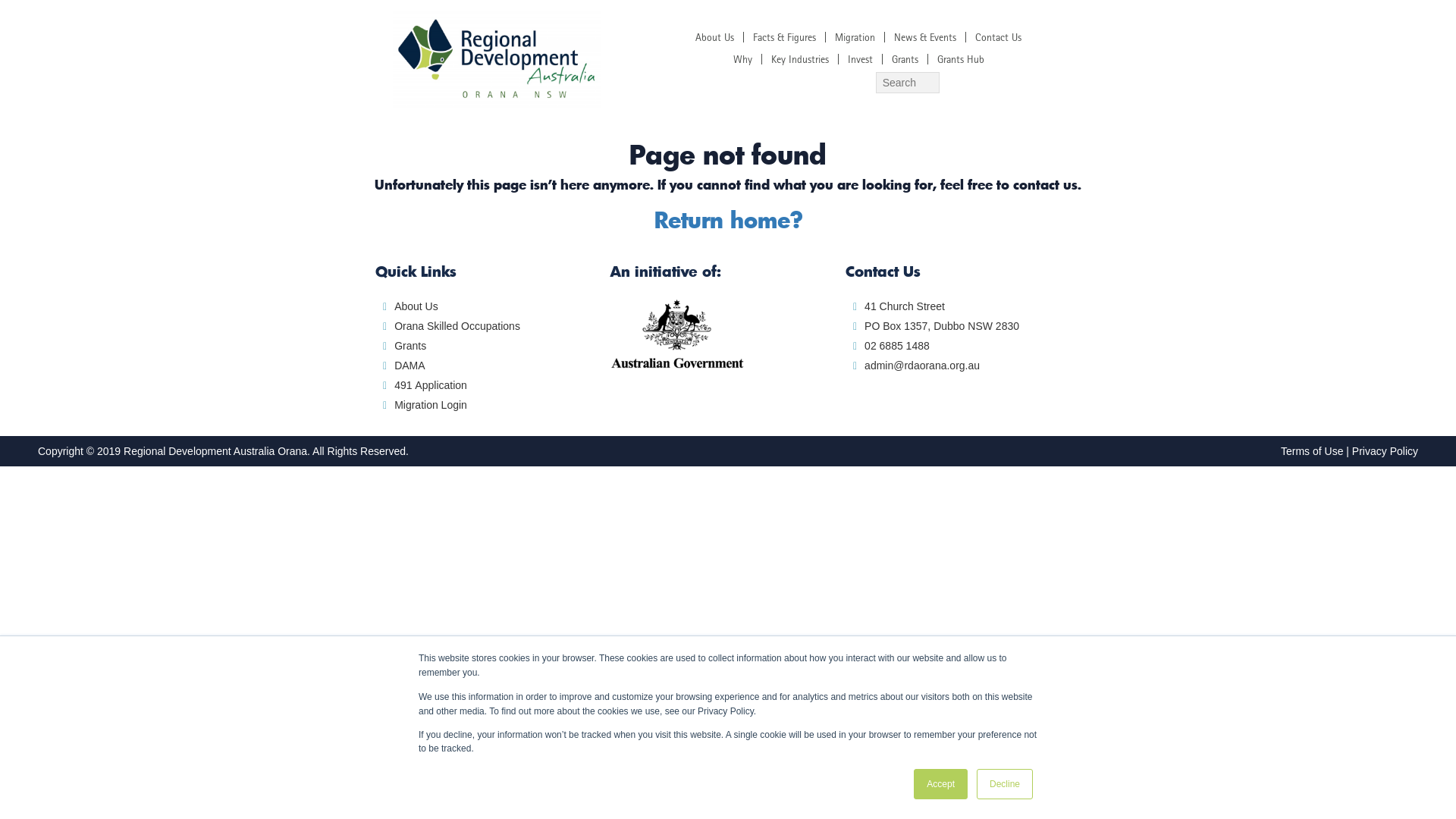 This screenshot has width=1456, height=819. Describe the element at coordinates (1310, 450) in the screenshot. I see `'Terms of Use'` at that location.